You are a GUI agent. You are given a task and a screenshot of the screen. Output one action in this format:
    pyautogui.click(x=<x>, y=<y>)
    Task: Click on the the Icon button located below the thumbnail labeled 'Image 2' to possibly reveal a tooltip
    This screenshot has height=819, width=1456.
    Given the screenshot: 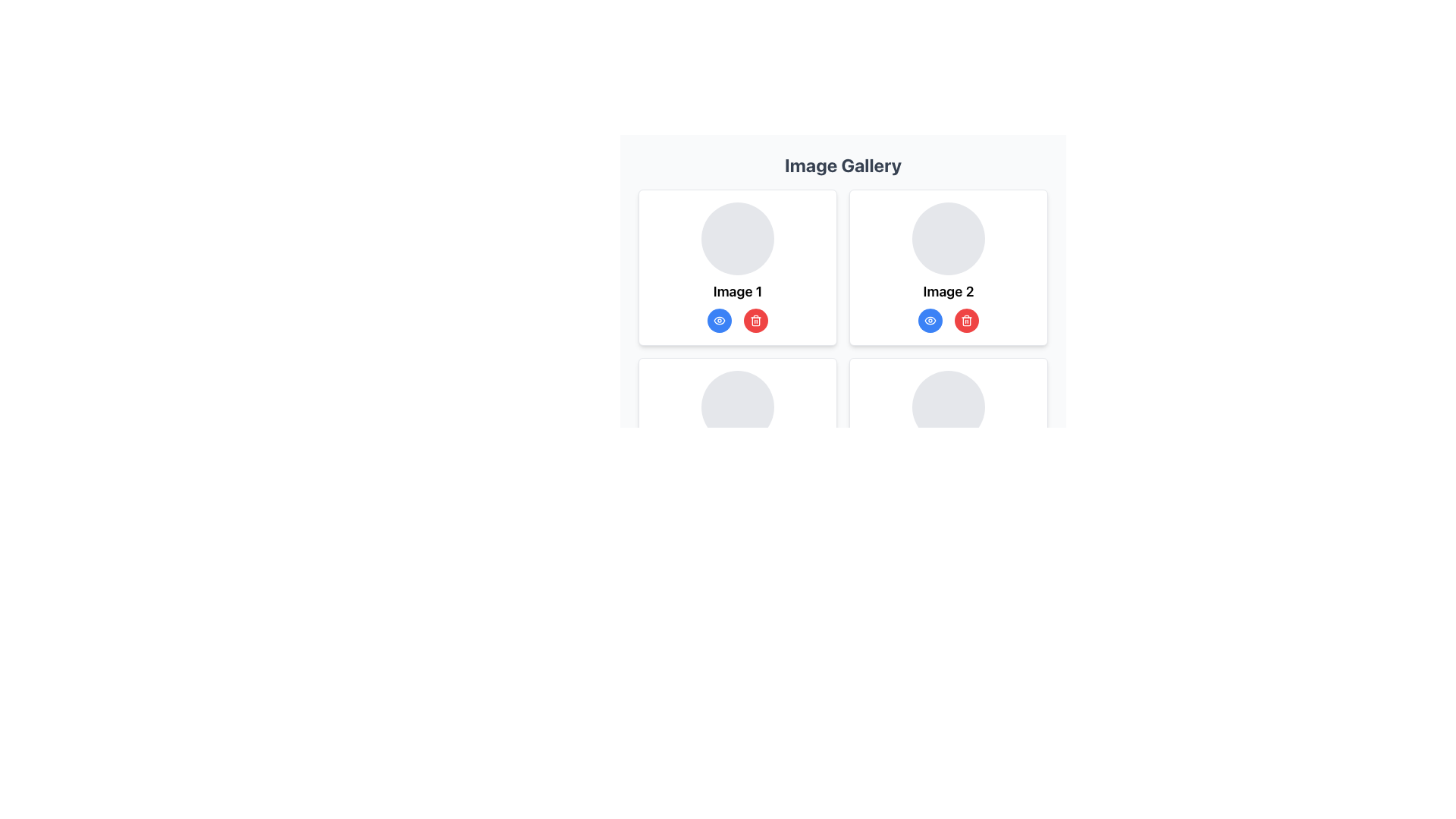 What is the action you would take?
    pyautogui.click(x=756, y=320)
    